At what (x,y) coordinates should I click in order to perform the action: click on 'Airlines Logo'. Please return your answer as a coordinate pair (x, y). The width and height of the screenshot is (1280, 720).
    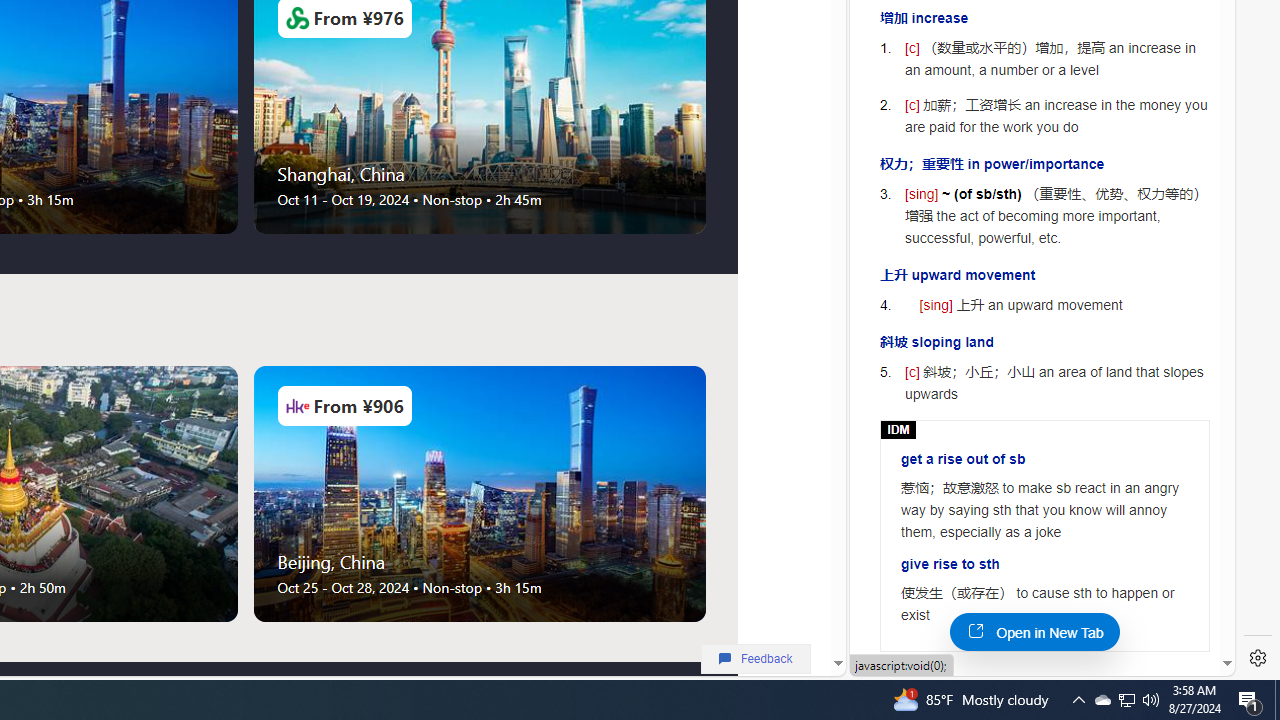
    Looking at the image, I should click on (296, 405).